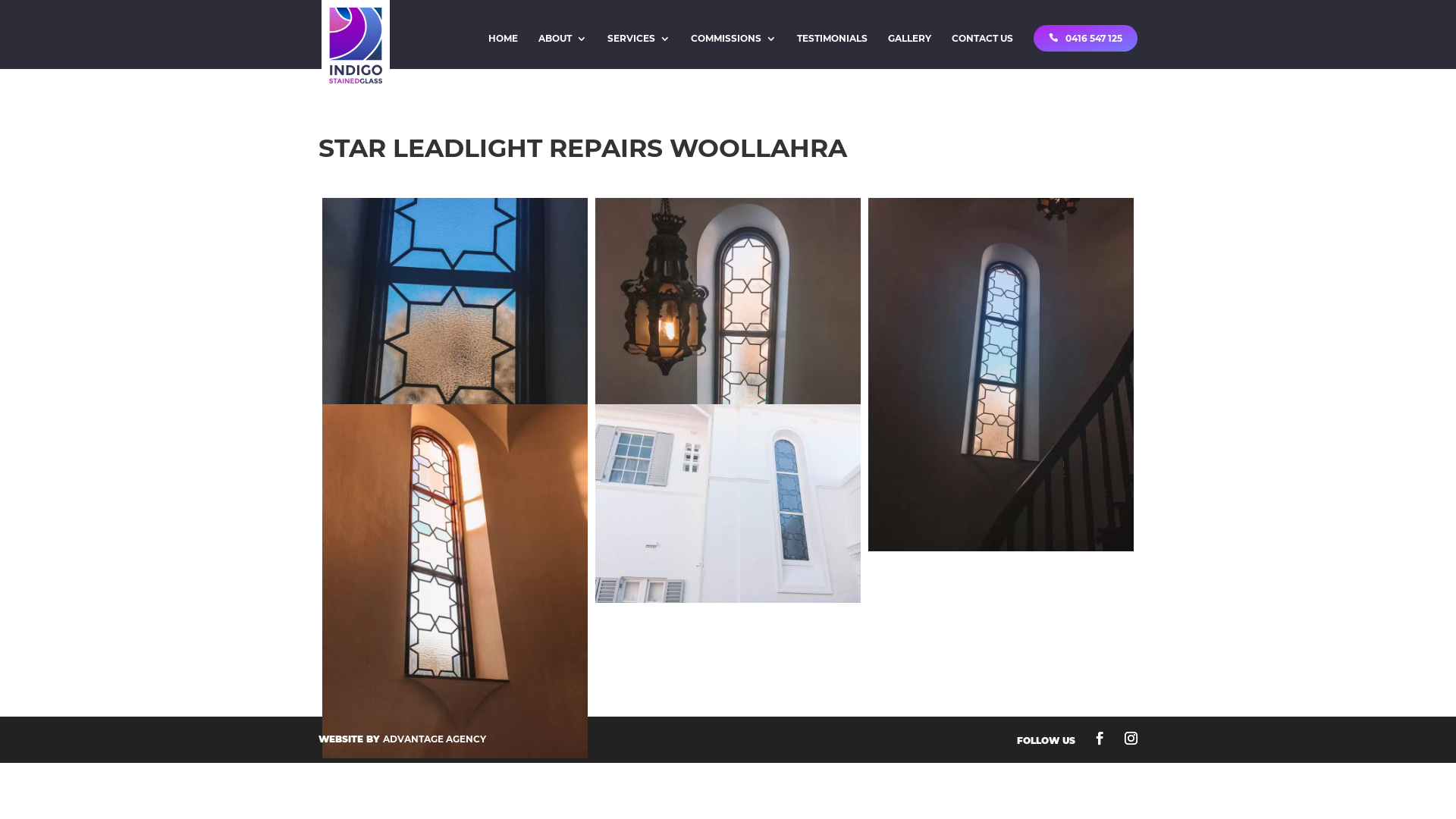 The width and height of the screenshot is (1456, 819). What do you see at coordinates (982, 50) in the screenshot?
I see `'CONTACT US'` at bounding box center [982, 50].